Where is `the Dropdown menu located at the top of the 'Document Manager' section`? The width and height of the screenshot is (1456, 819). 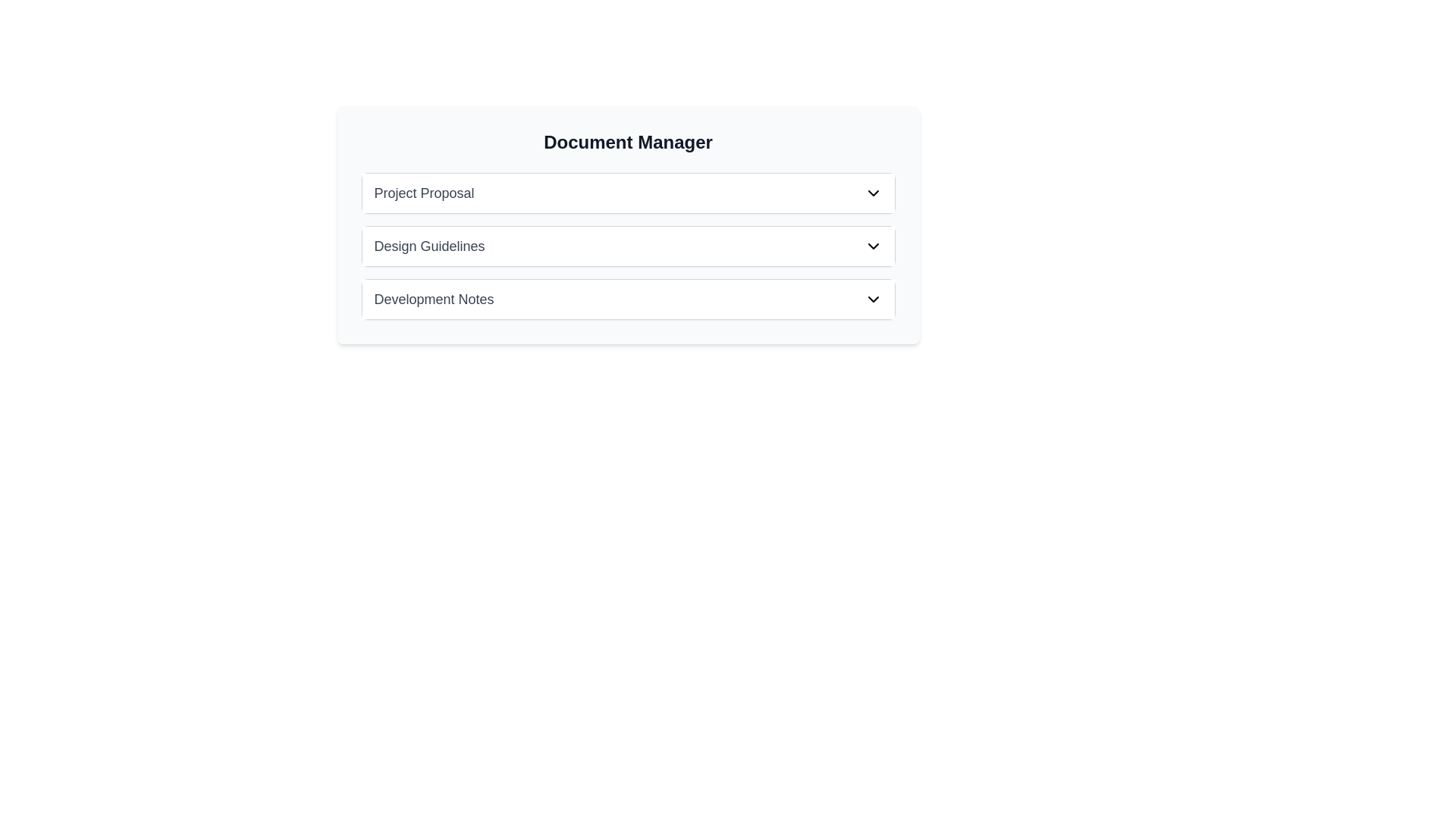 the Dropdown menu located at the top of the 'Document Manager' section is located at coordinates (628, 192).